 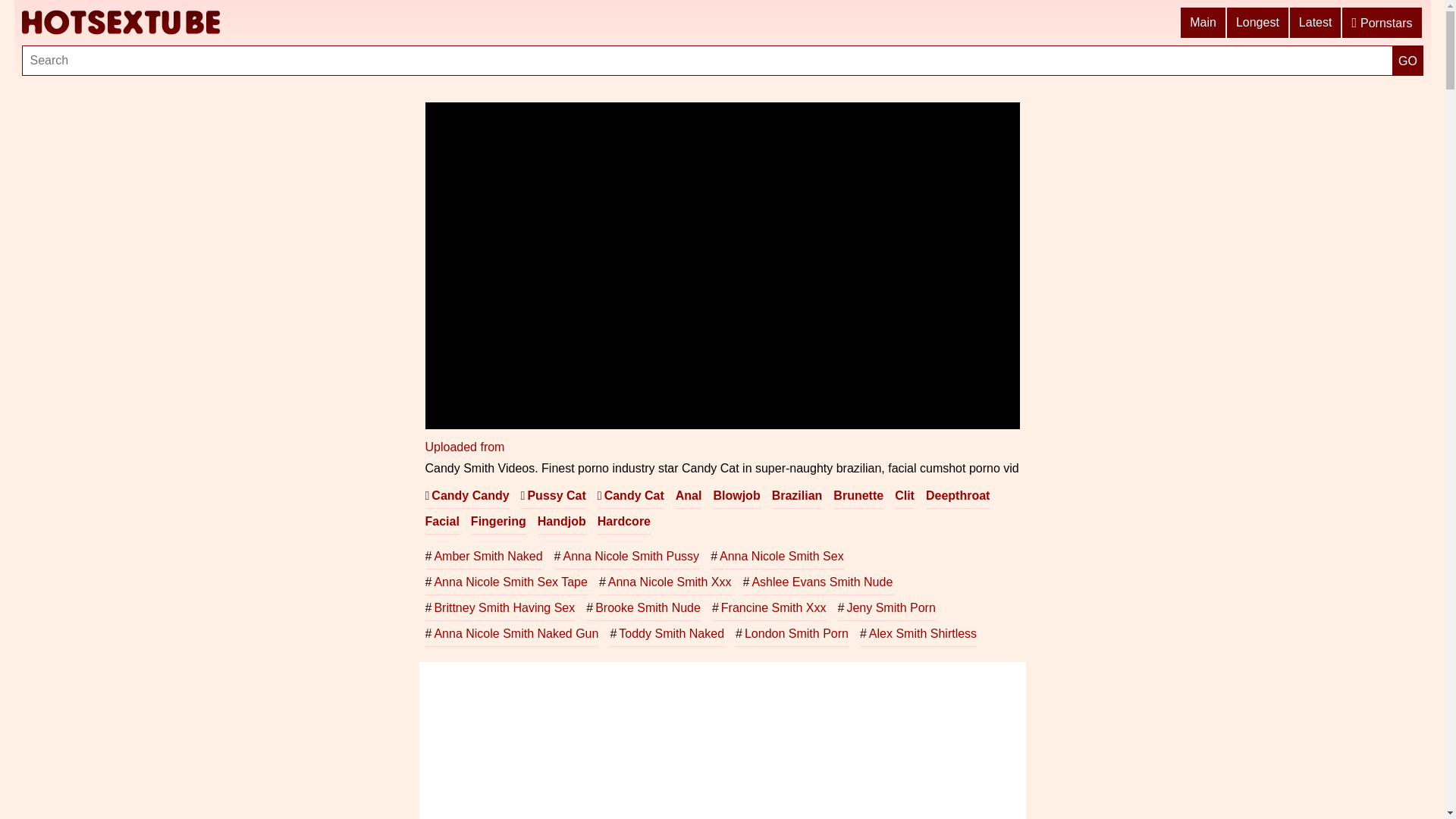 What do you see at coordinates (711, 607) in the screenshot?
I see `'Francine Smith Xxx'` at bounding box center [711, 607].